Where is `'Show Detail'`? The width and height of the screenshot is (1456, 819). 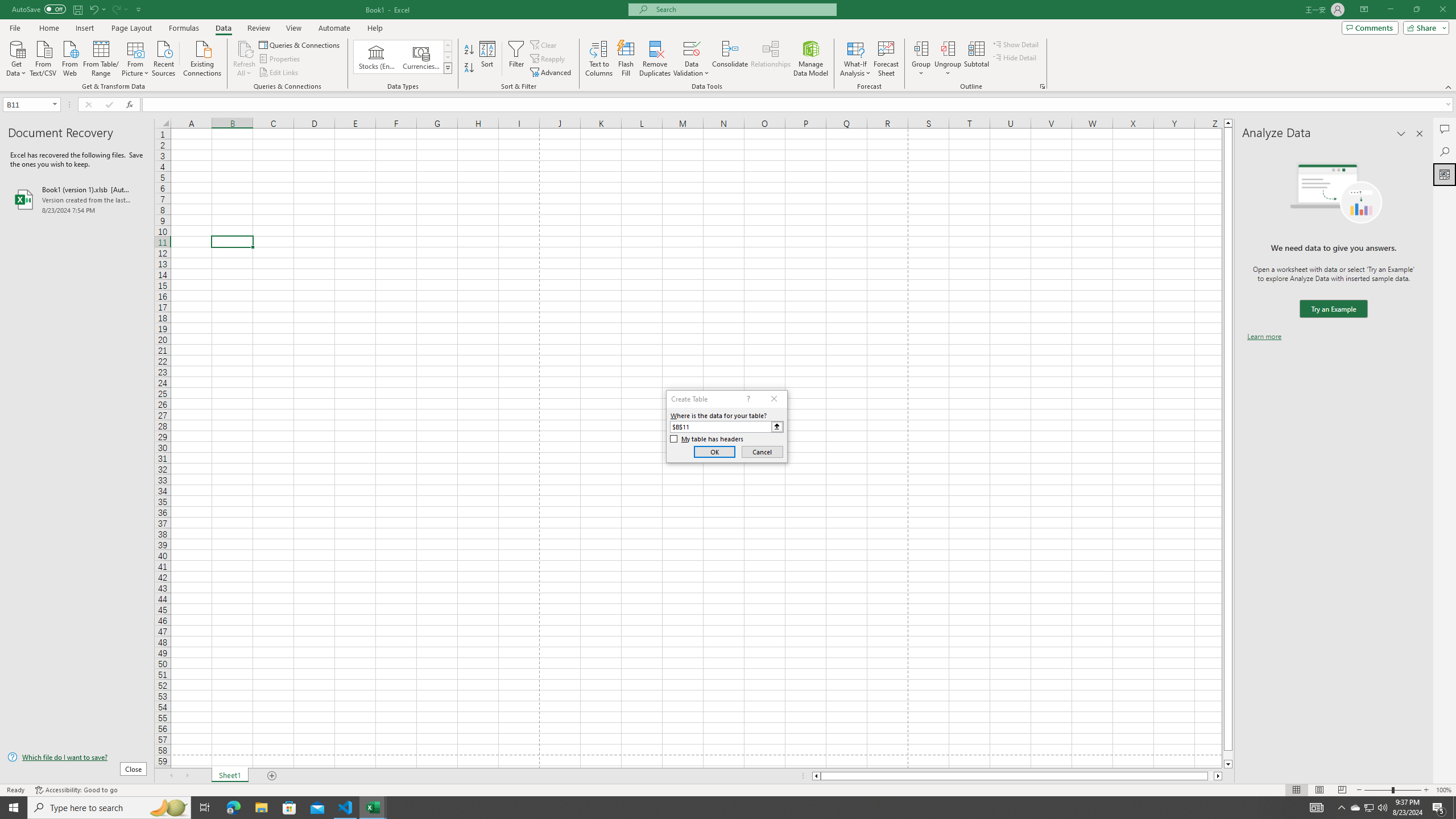 'Show Detail' is located at coordinates (1015, 44).